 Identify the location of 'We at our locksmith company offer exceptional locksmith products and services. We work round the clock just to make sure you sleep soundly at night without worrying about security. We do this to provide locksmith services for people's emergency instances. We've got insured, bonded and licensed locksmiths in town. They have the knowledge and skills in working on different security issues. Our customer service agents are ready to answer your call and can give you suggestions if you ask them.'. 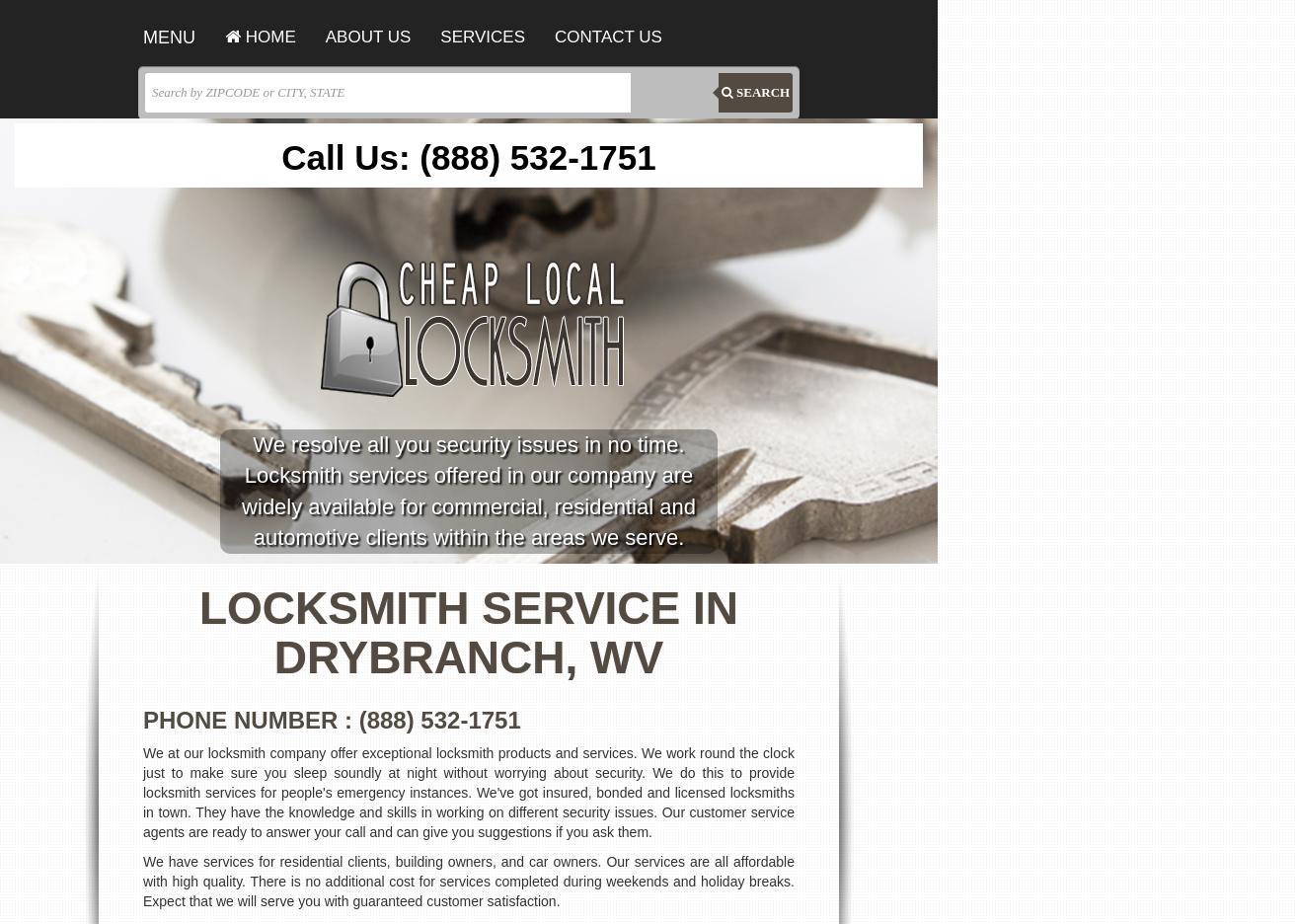
(468, 791).